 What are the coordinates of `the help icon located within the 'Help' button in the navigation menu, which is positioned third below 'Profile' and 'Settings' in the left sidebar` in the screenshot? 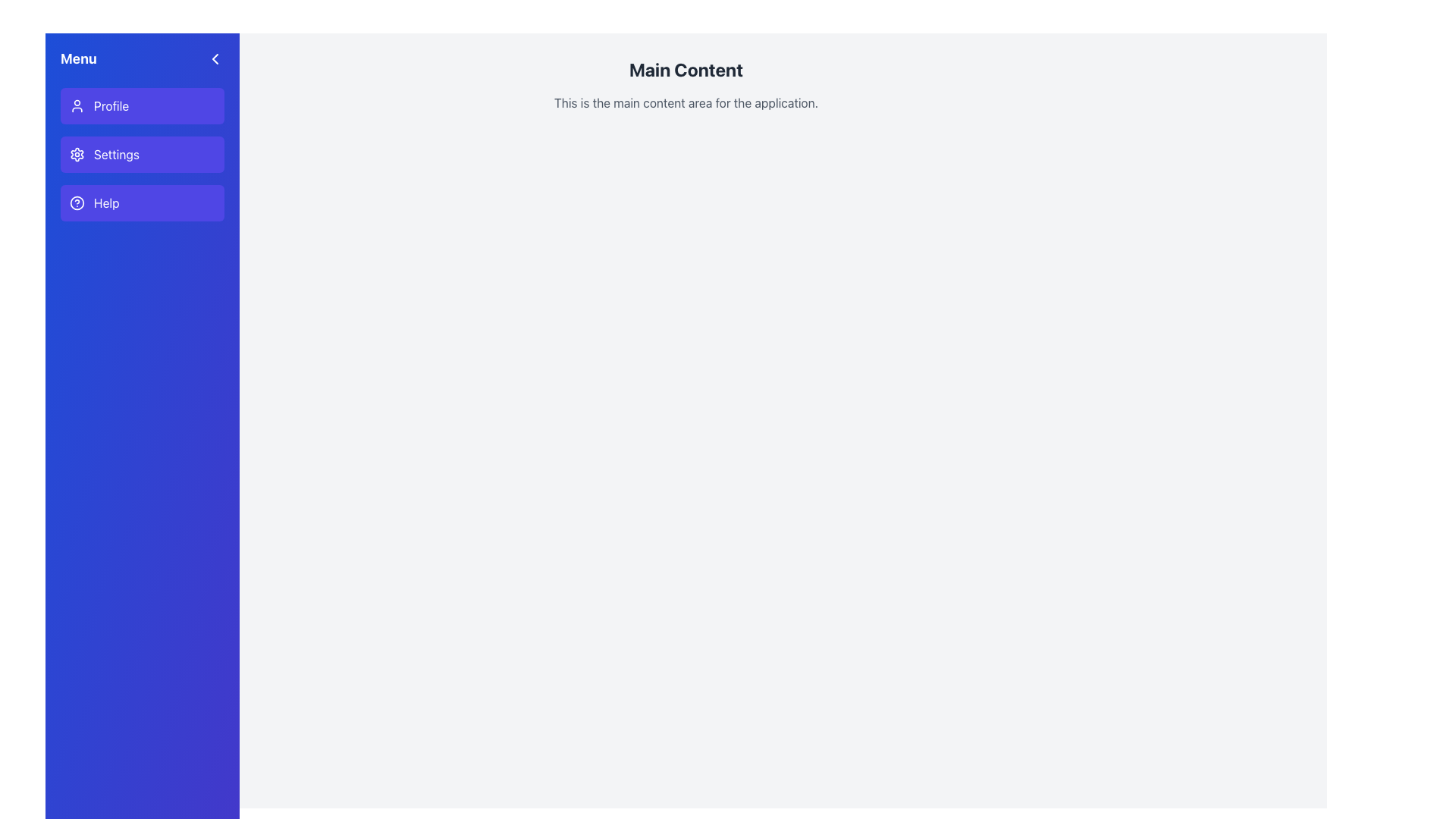 It's located at (76, 202).